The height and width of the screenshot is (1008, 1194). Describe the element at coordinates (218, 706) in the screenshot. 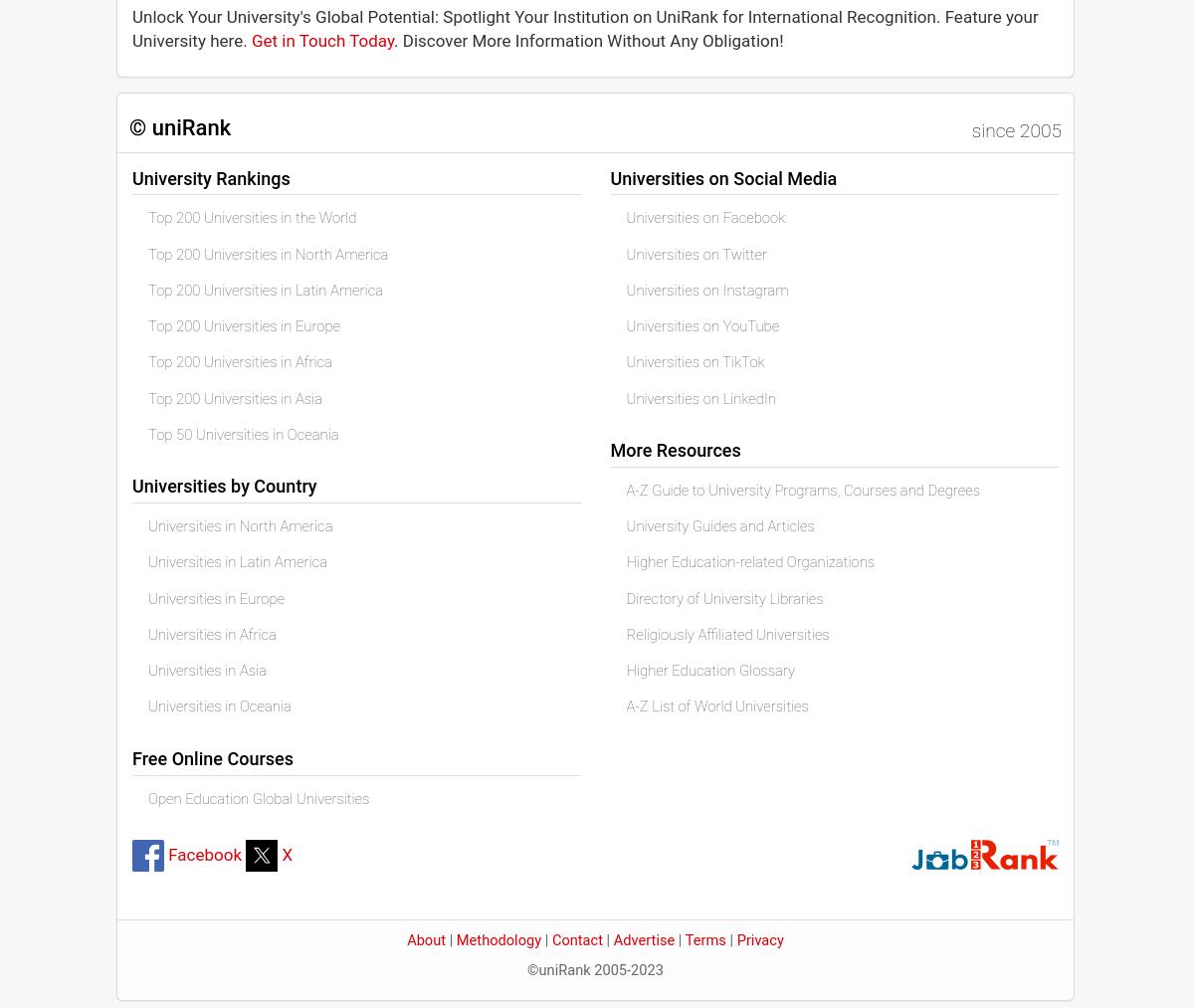

I see `'Universities in Oceania'` at that location.